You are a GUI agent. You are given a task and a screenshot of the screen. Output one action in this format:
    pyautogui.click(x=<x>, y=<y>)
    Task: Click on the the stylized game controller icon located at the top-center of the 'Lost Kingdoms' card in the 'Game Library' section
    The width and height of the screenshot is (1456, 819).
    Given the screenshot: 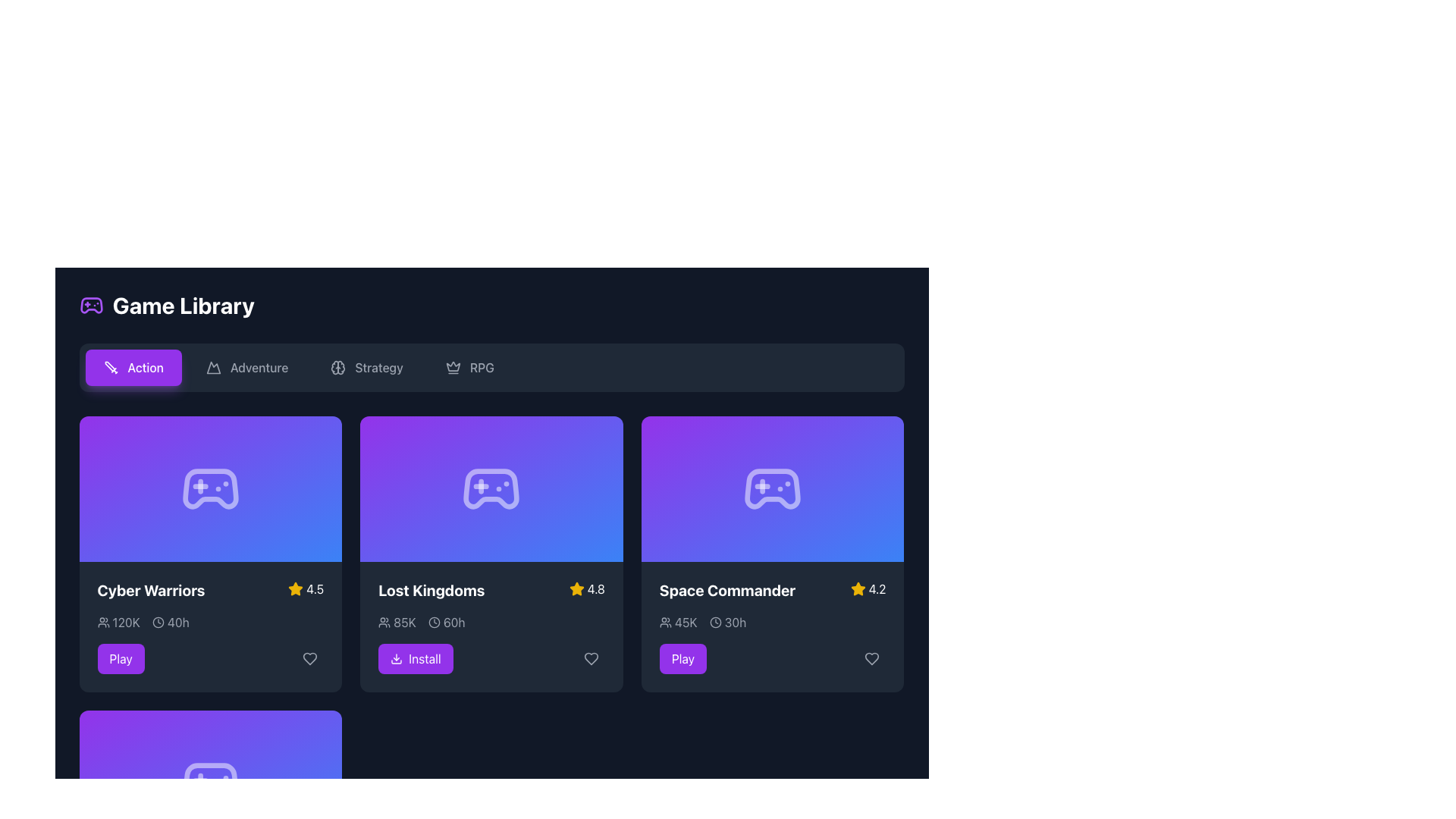 What is the action you would take?
    pyautogui.click(x=491, y=488)
    